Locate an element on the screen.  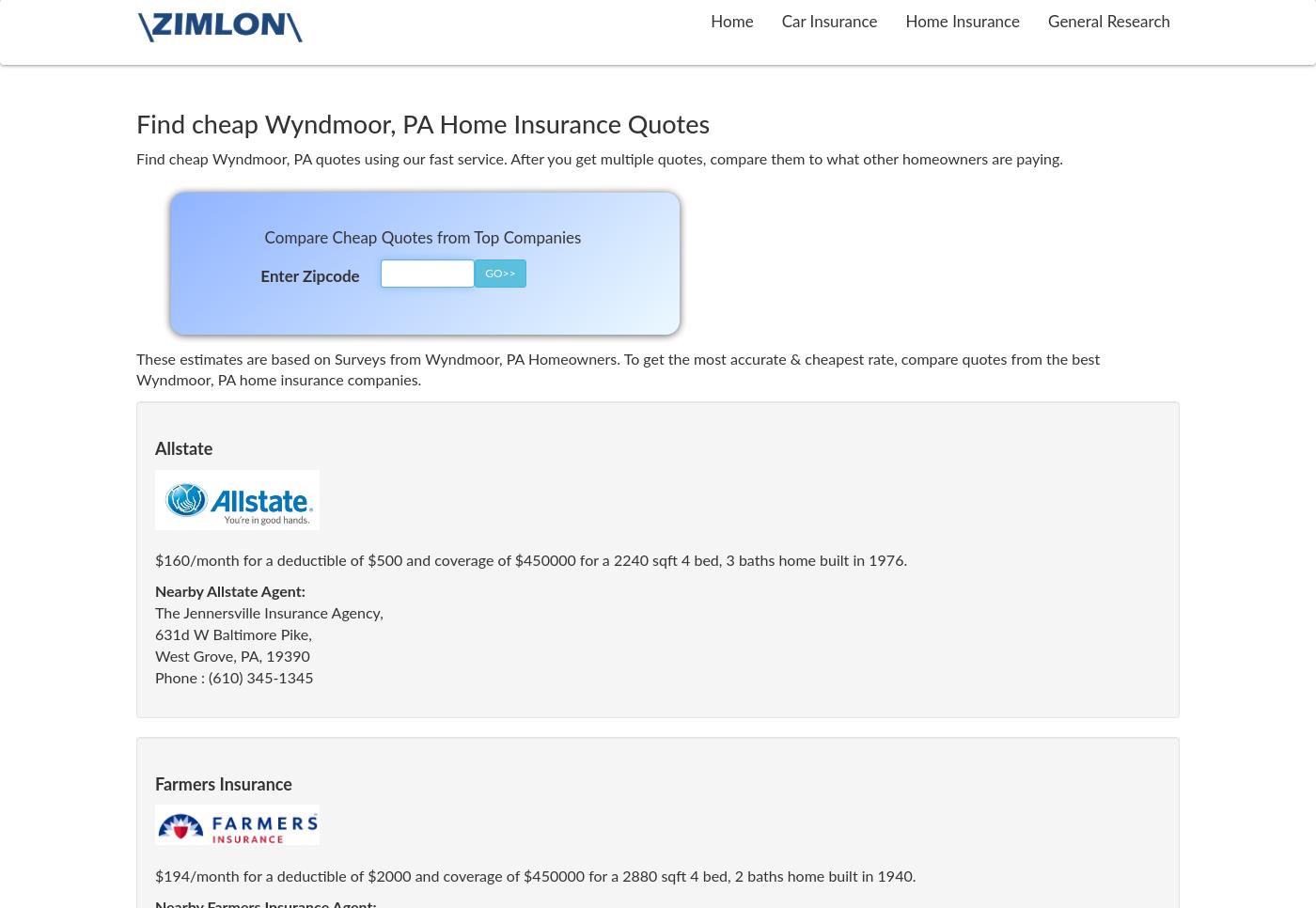
'Home Insurance' is located at coordinates (962, 21).